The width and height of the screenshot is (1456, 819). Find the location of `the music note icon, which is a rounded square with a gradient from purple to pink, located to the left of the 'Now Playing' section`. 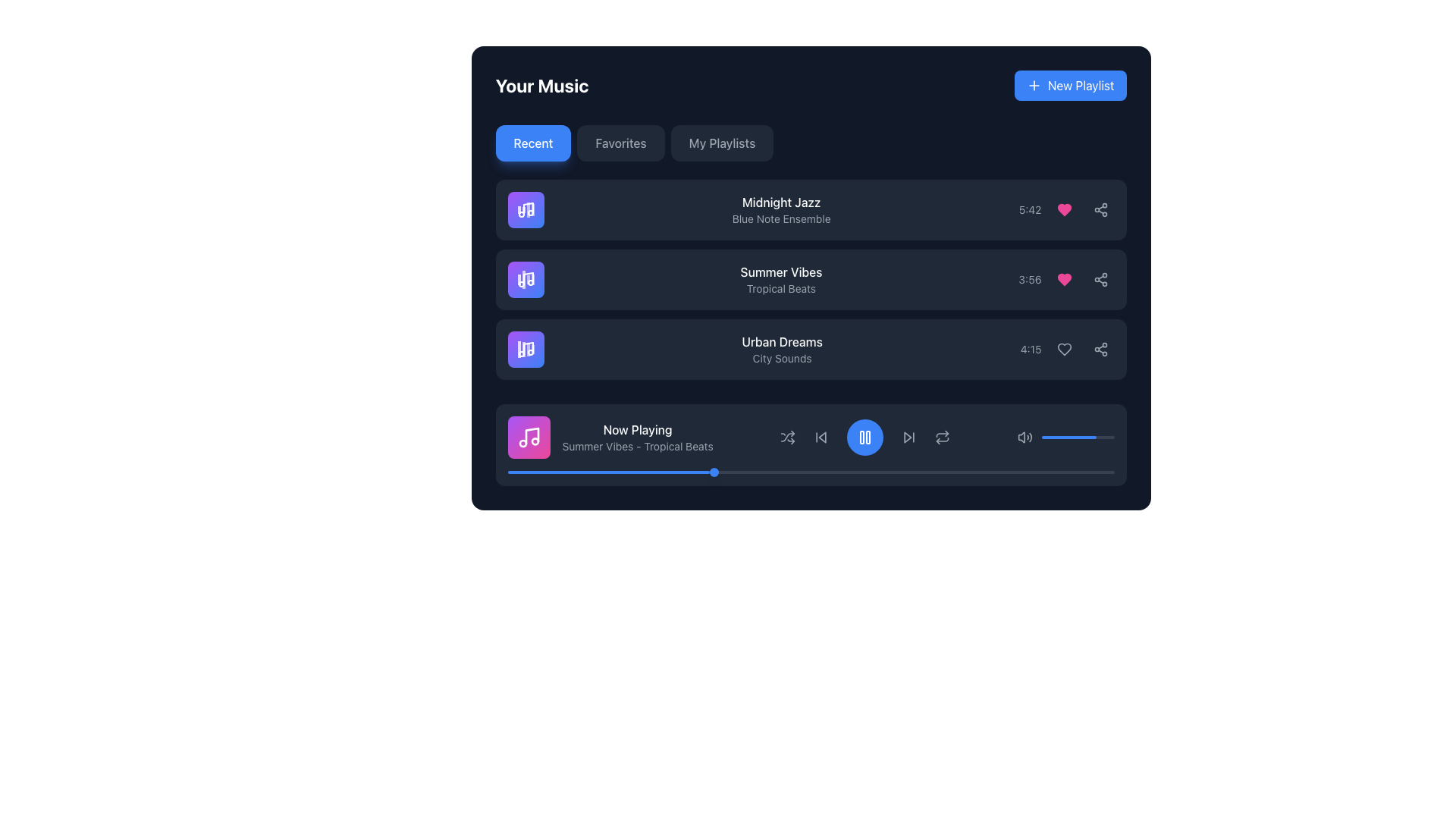

the music note icon, which is a rounded square with a gradient from purple to pink, located to the left of the 'Now Playing' section is located at coordinates (529, 438).